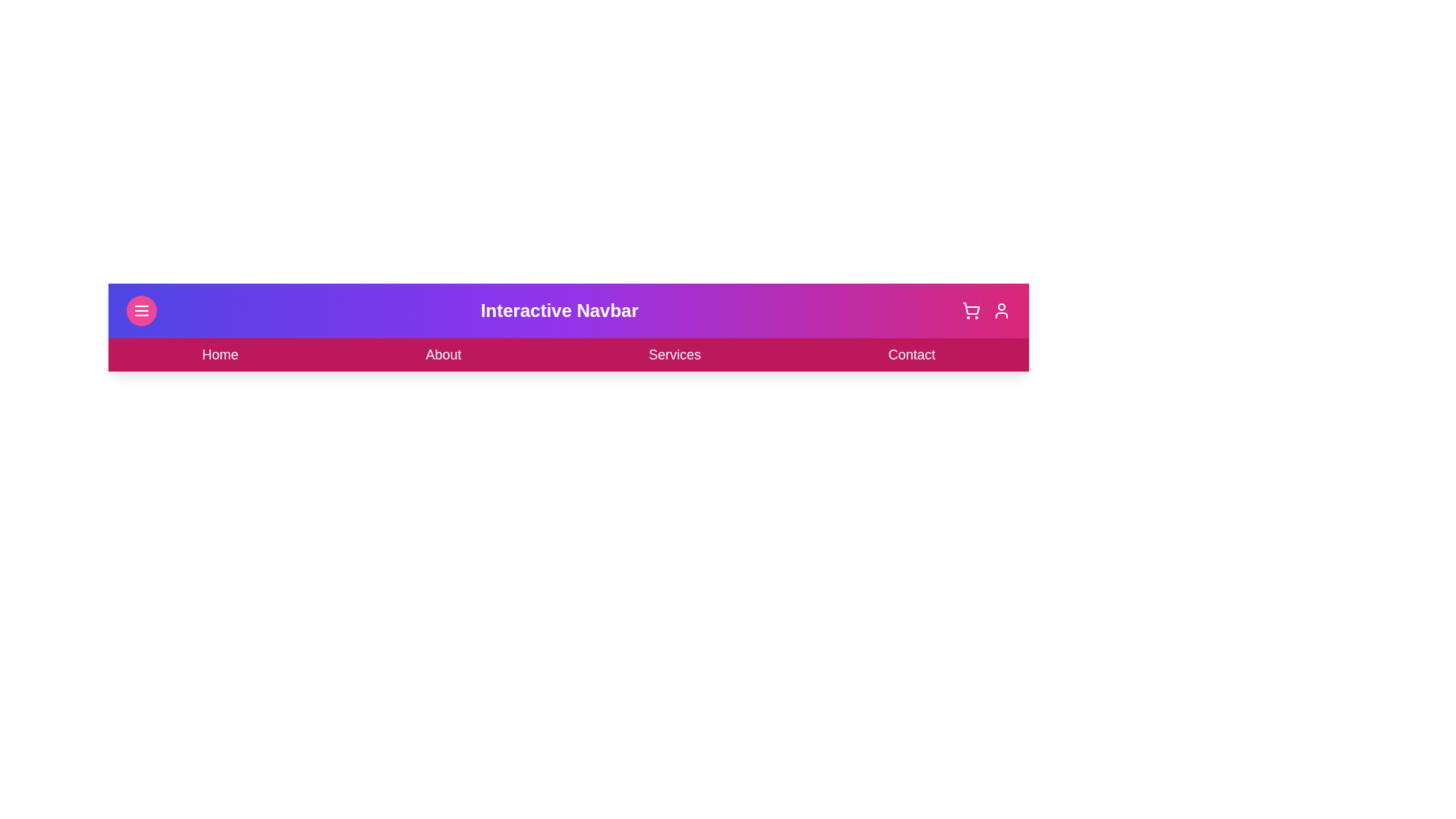  Describe the element at coordinates (971, 309) in the screenshot. I see `the shopping cart icon` at that location.